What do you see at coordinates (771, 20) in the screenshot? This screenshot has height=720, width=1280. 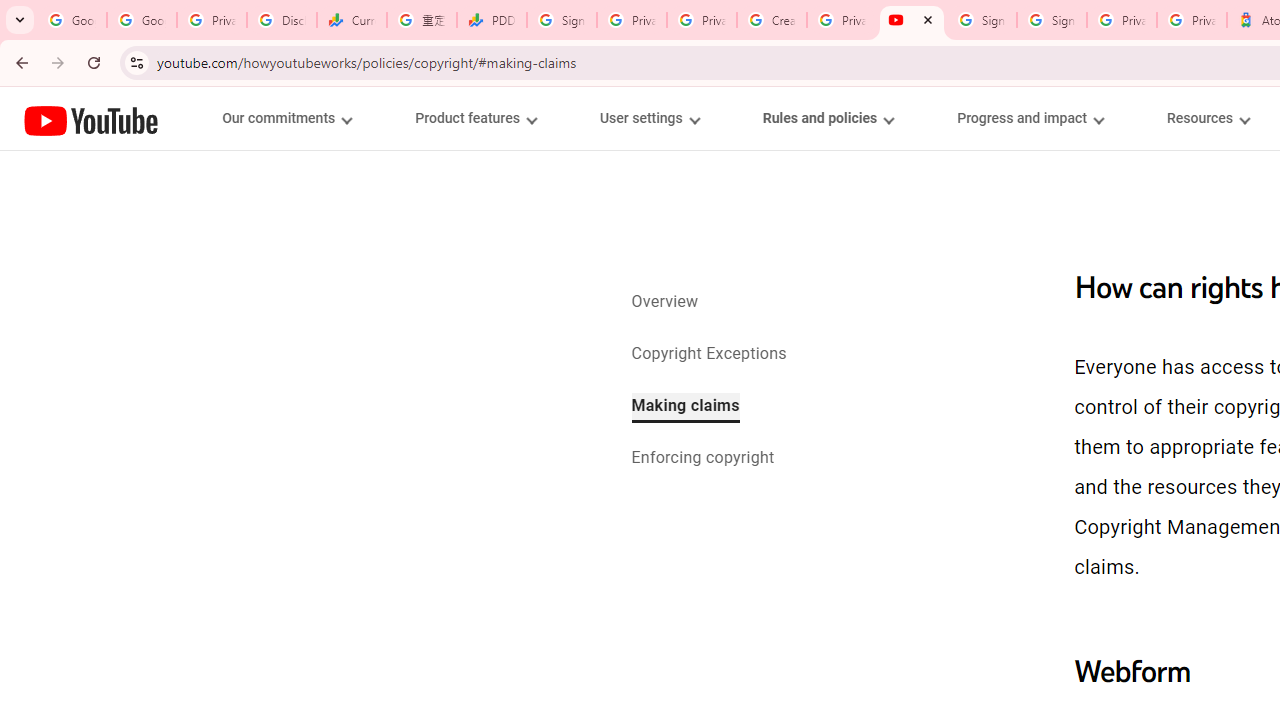 I see `'Create your Google Account'` at bounding box center [771, 20].